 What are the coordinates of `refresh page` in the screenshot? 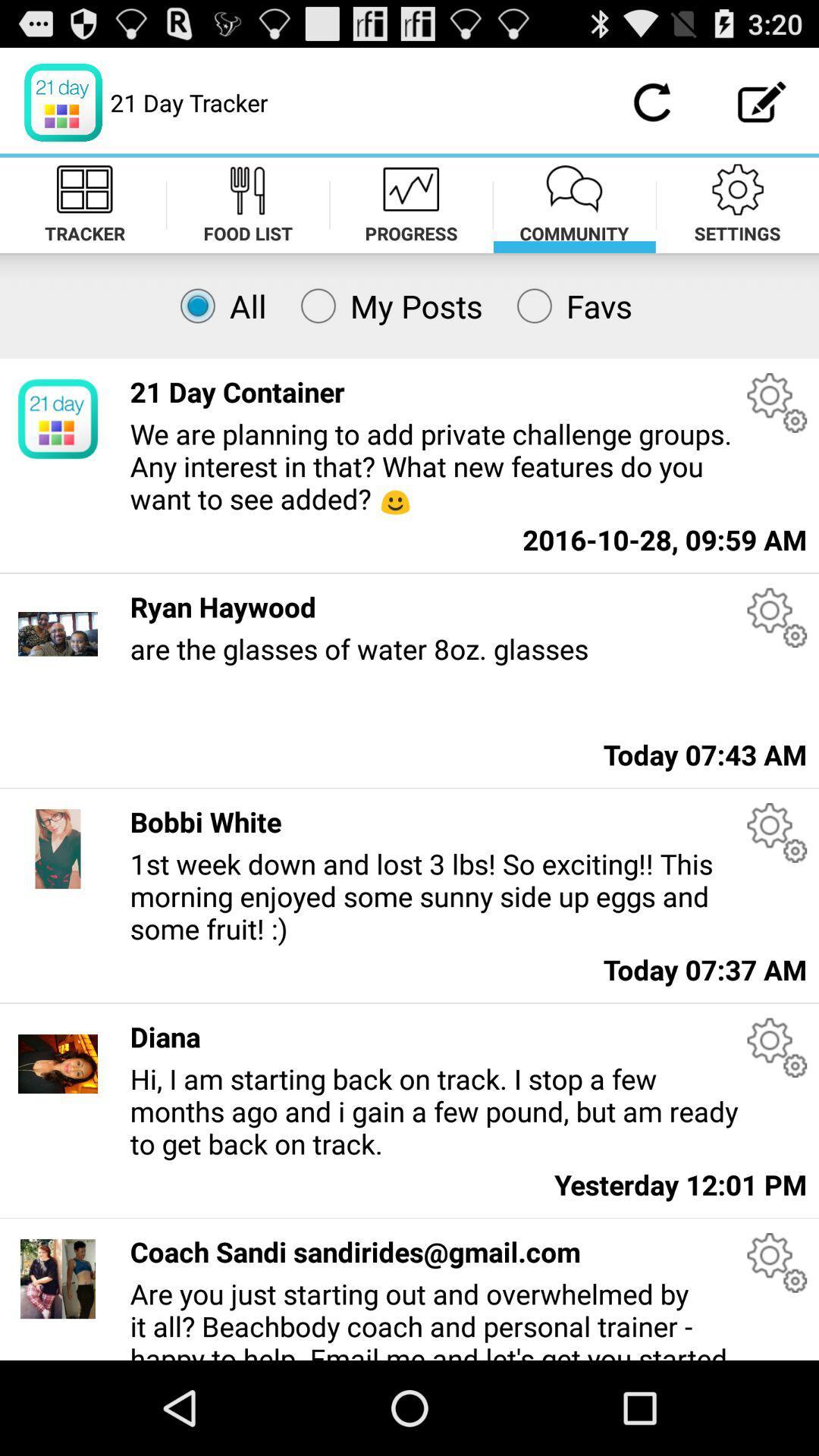 It's located at (651, 102).